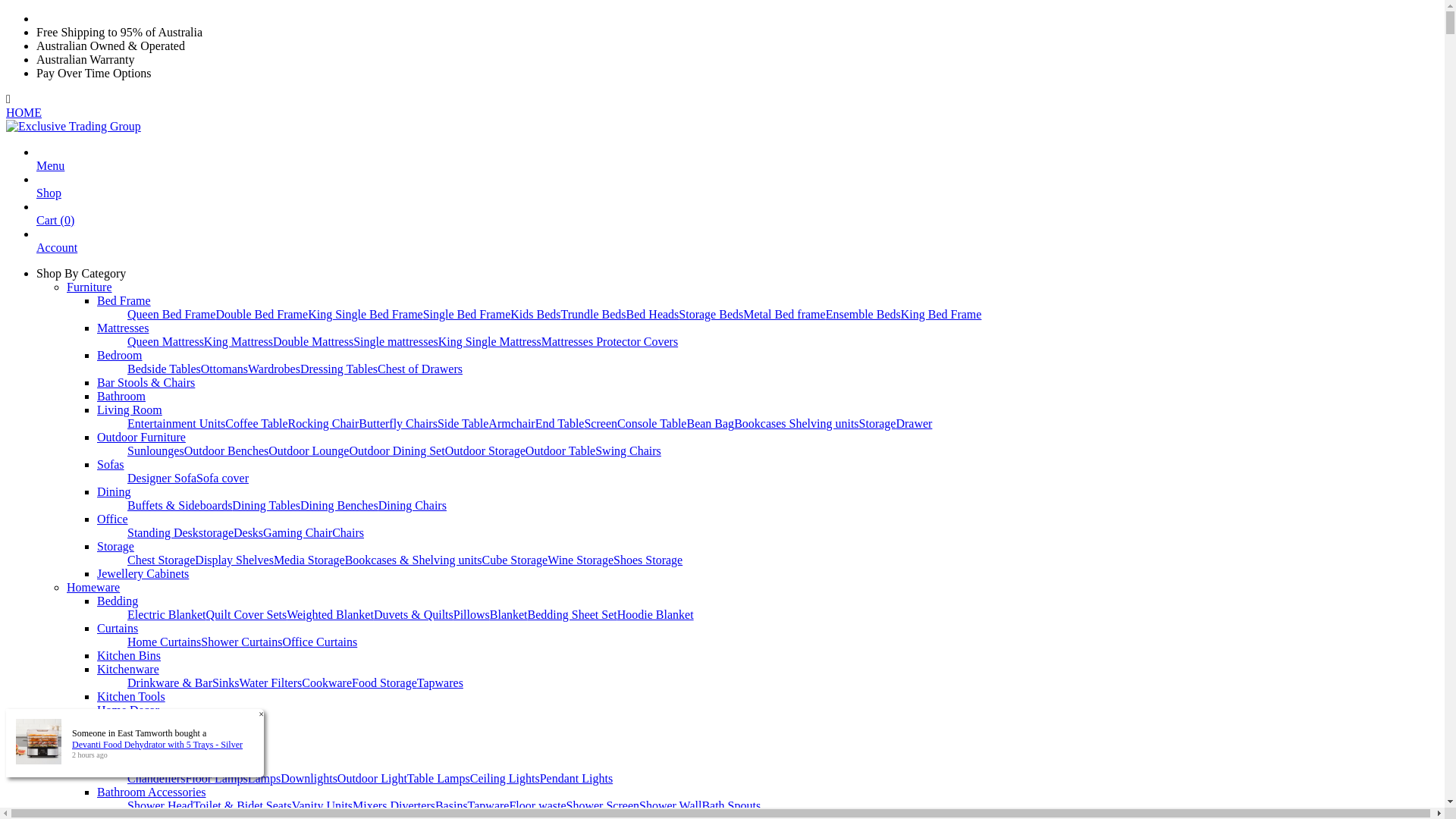 Image resolution: width=1456 pixels, height=819 pixels. What do you see at coordinates (322, 805) in the screenshot?
I see `'Vanity Units'` at bounding box center [322, 805].